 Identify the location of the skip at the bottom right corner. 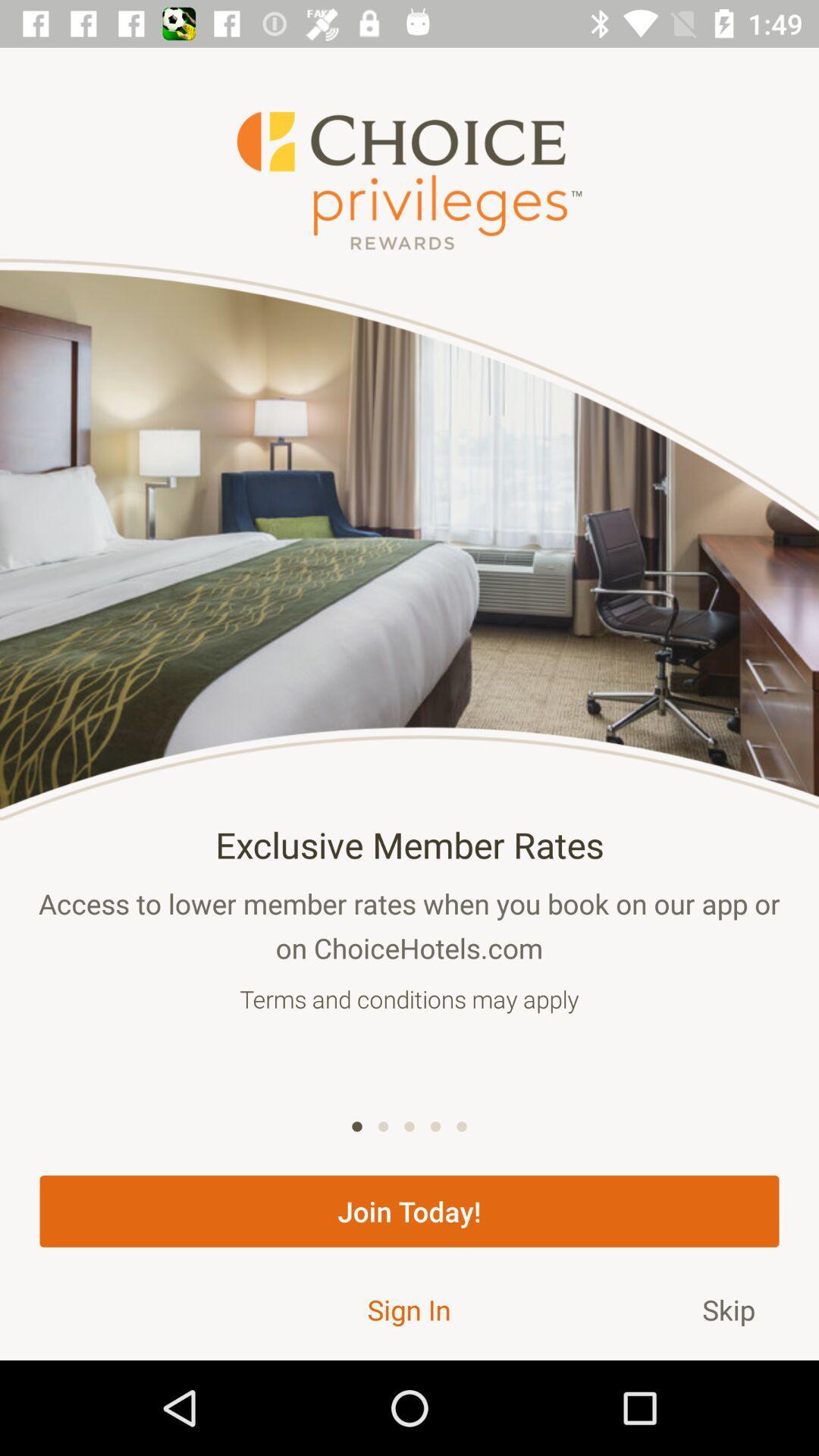
(728, 1309).